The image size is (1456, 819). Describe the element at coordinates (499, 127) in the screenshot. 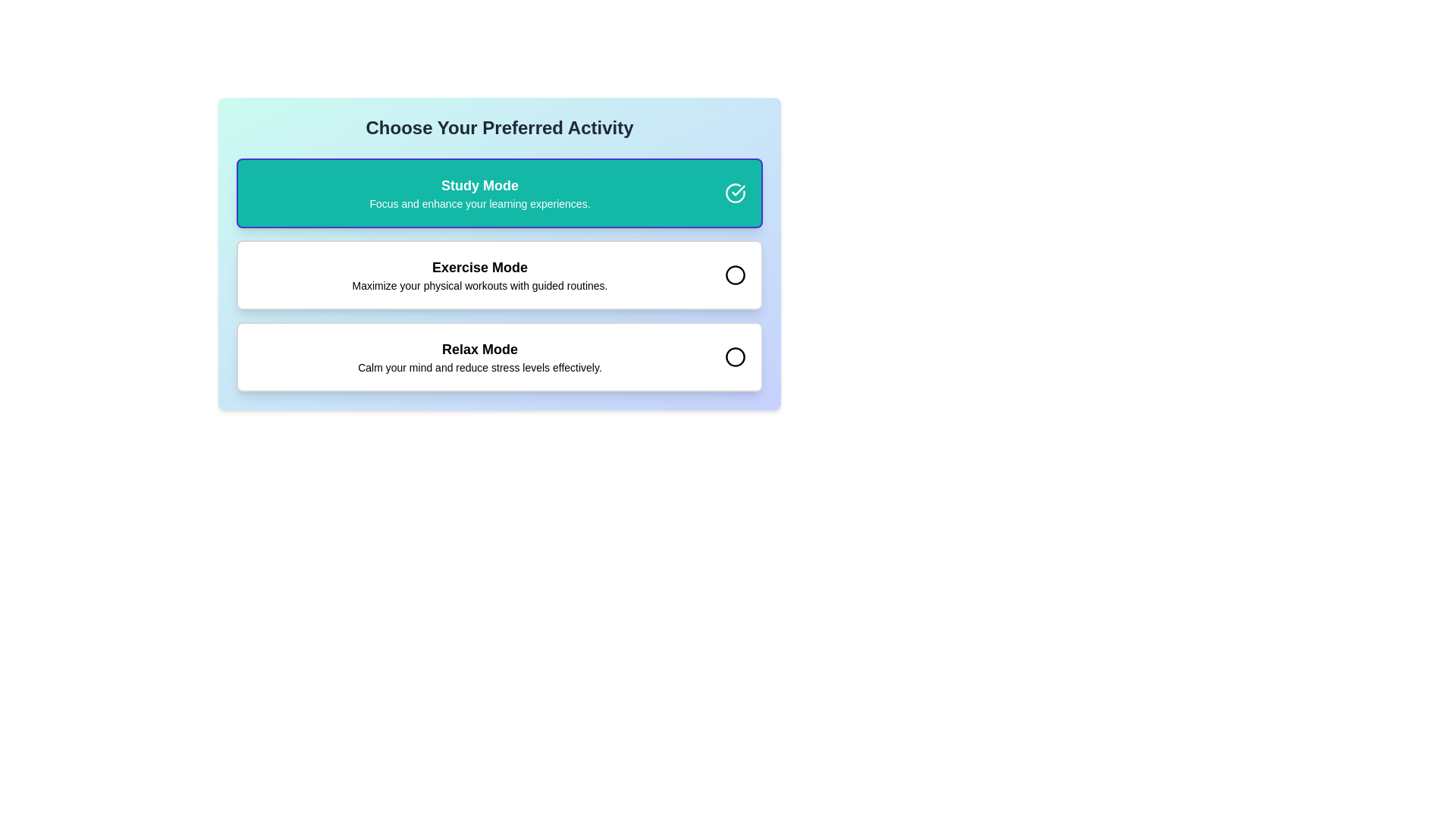

I see `instruction text from the text header labeled 'Choose Your Preferred Activity', which is styled in a bold, large font and centered at the top of the interactive section` at that location.